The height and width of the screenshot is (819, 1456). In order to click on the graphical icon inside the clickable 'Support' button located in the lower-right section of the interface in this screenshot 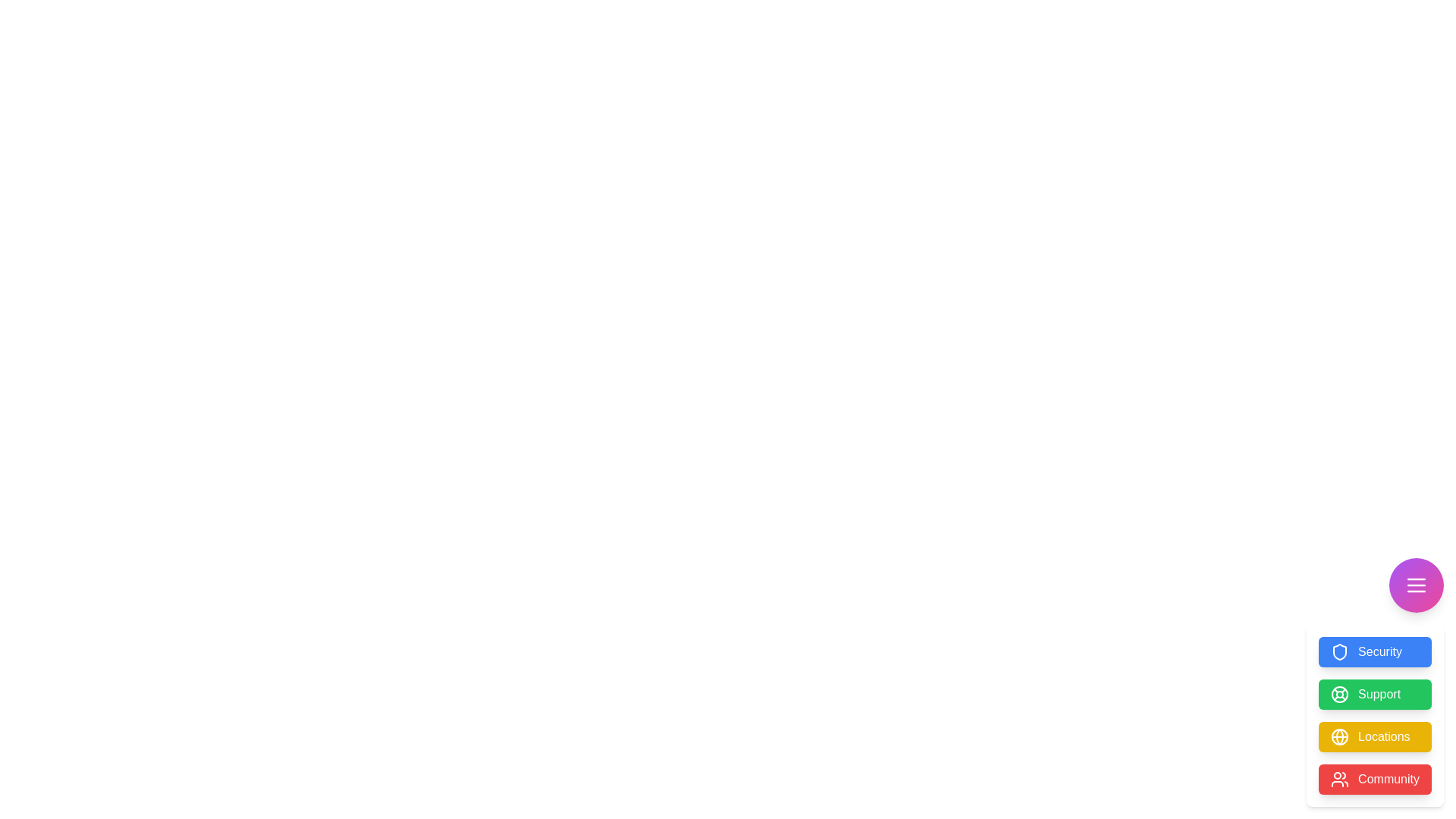, I will do `click(1340, 694)`.